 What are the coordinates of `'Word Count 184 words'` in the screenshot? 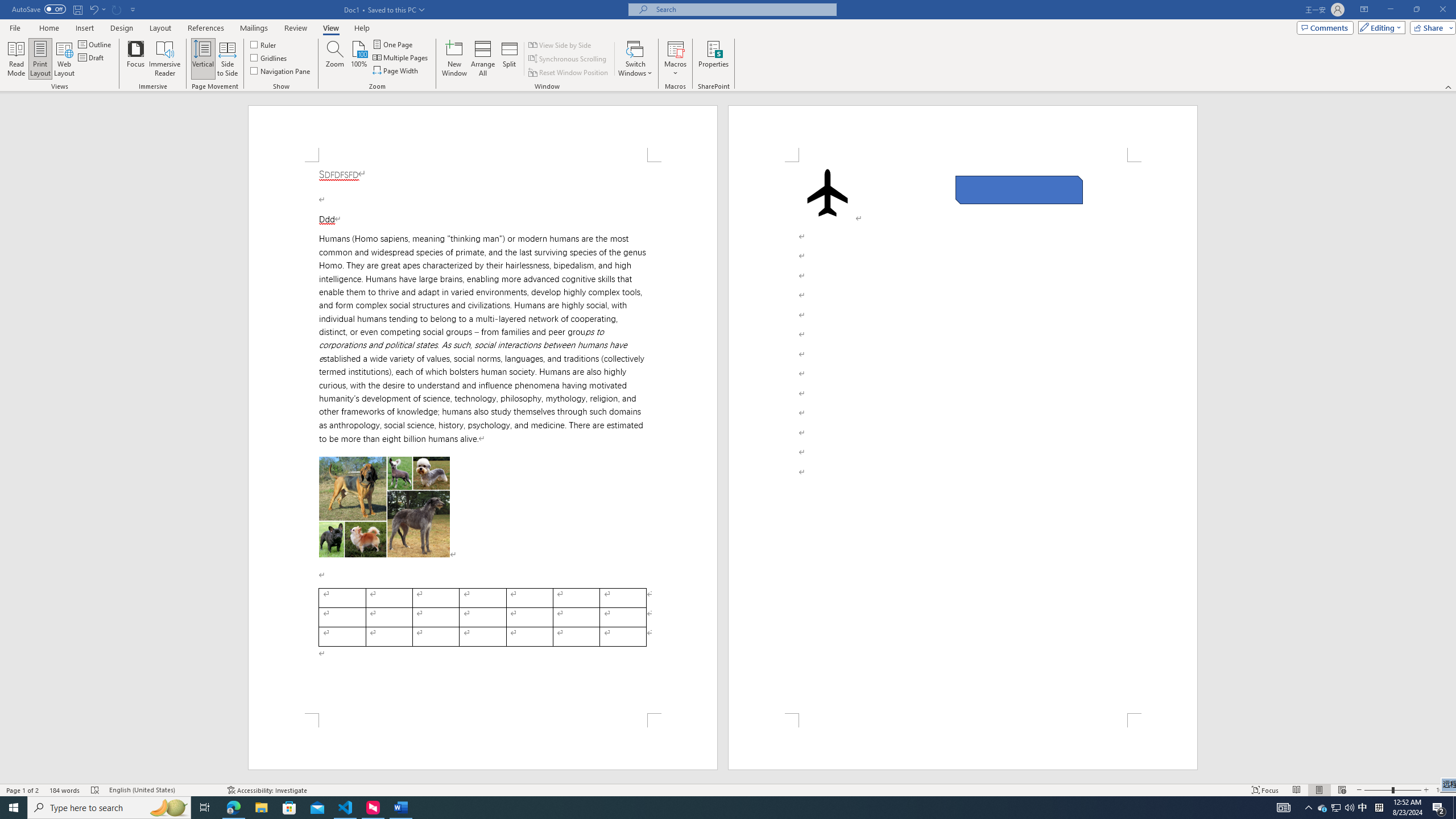 It's located at (64, 790).